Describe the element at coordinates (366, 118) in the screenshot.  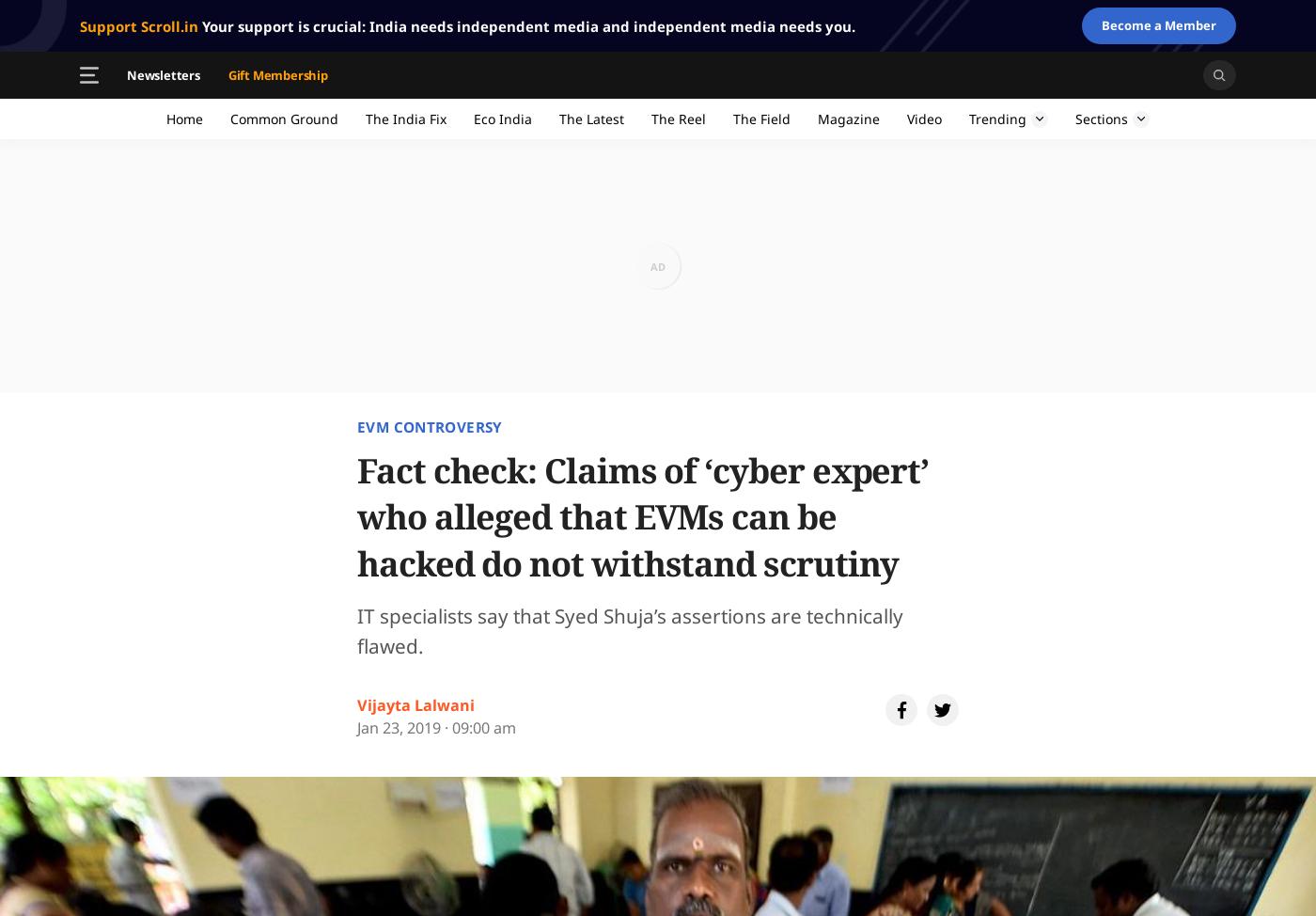
I see `'The India Fix'` at that location.